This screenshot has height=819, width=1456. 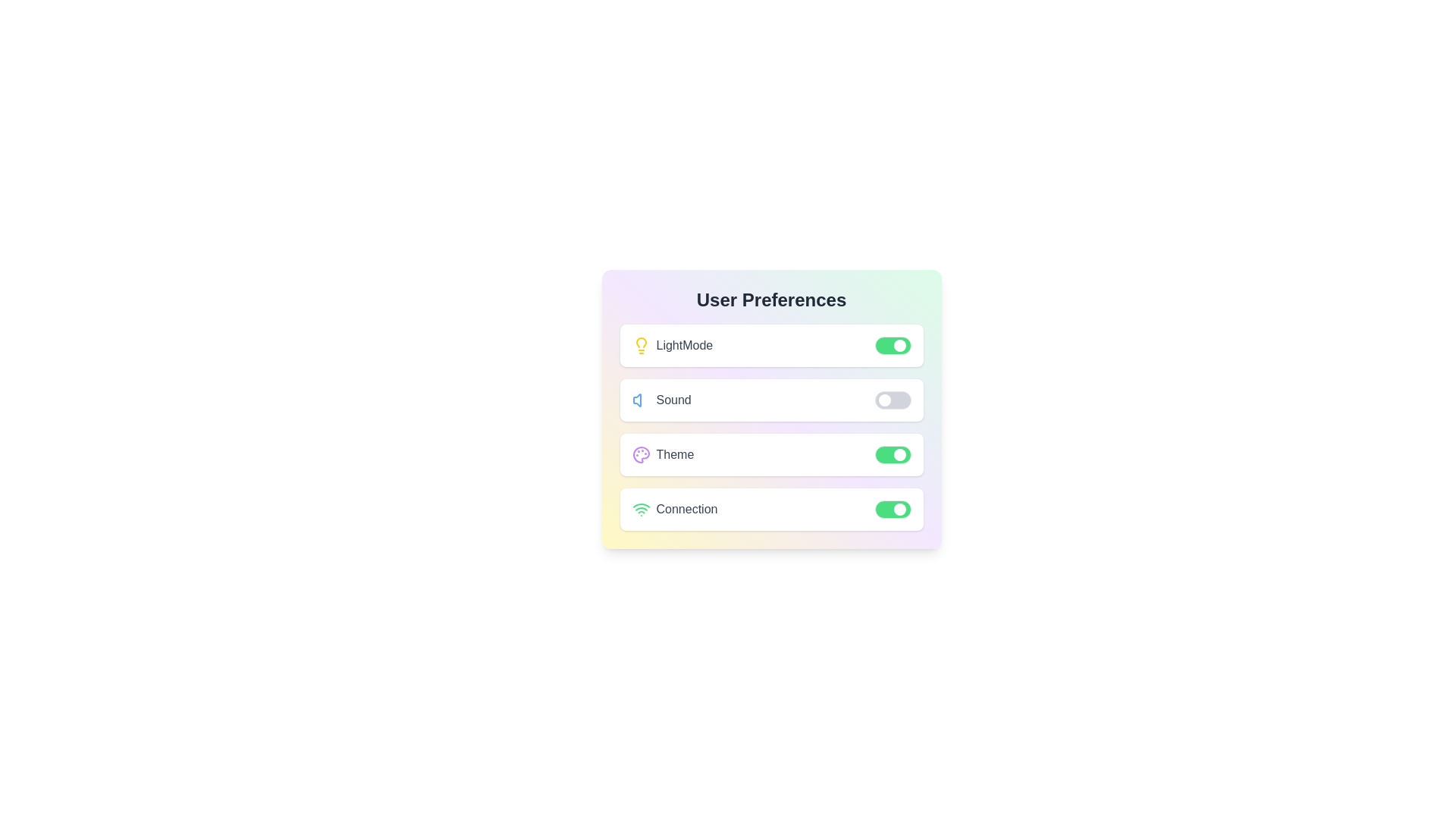 I want to click on the green Wi-Fi signal strength icon located next to the 'Connection' label, so click(x=641, y=509).